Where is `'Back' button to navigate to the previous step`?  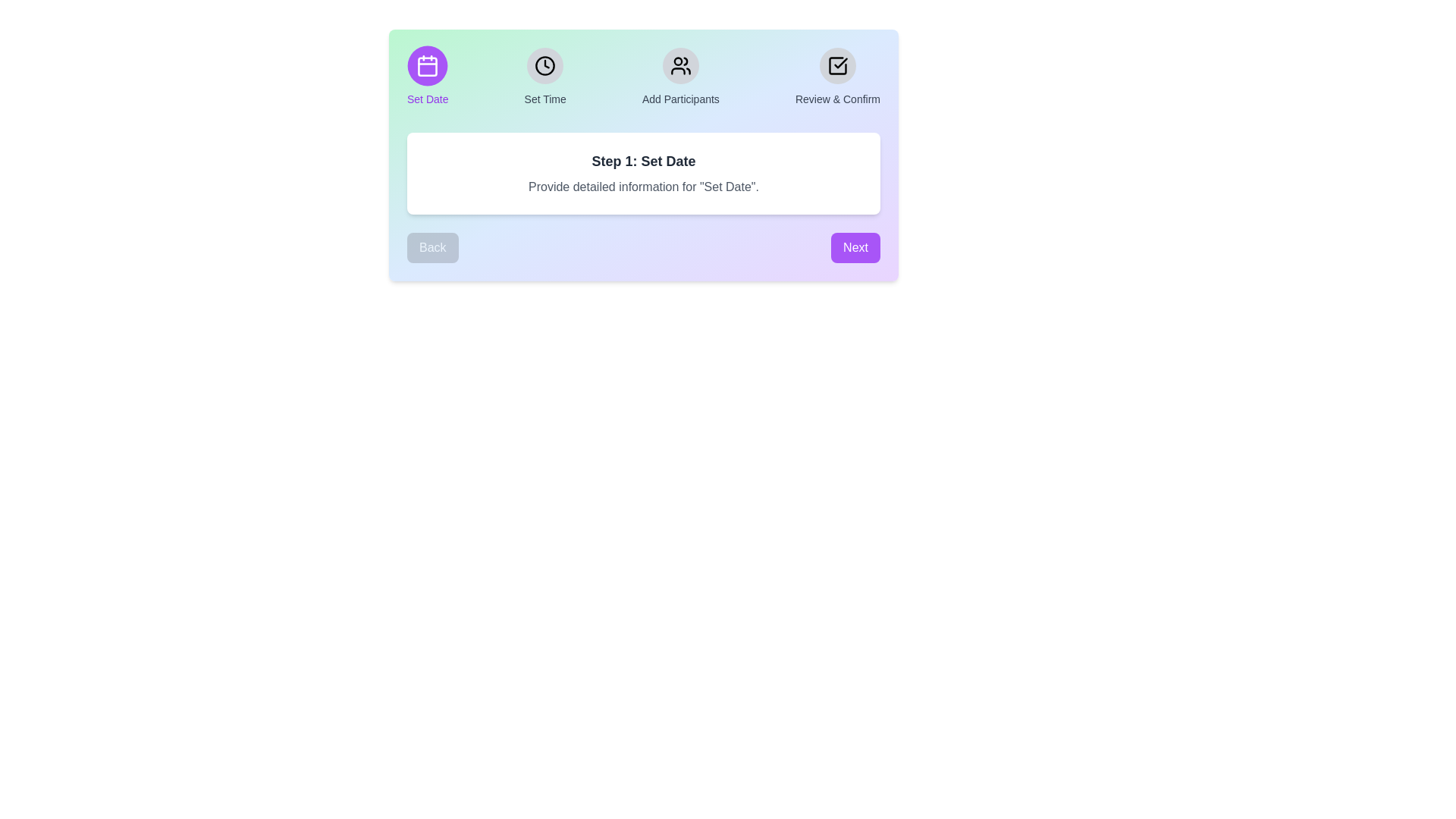 'Back' button to navigate to the previous step is located at coordinates (431, 247).